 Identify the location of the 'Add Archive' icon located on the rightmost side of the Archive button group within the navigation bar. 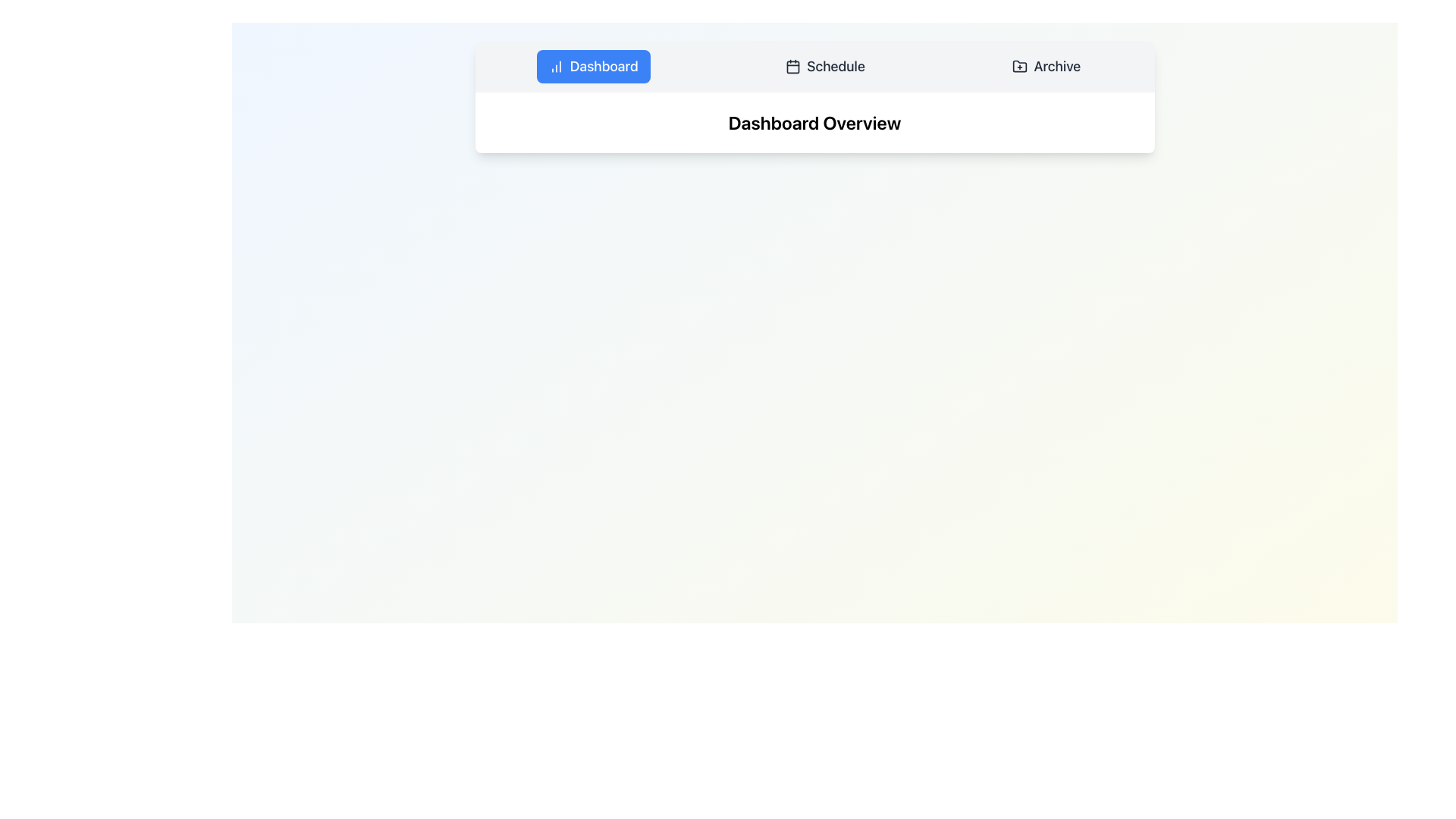
(1020, 66).